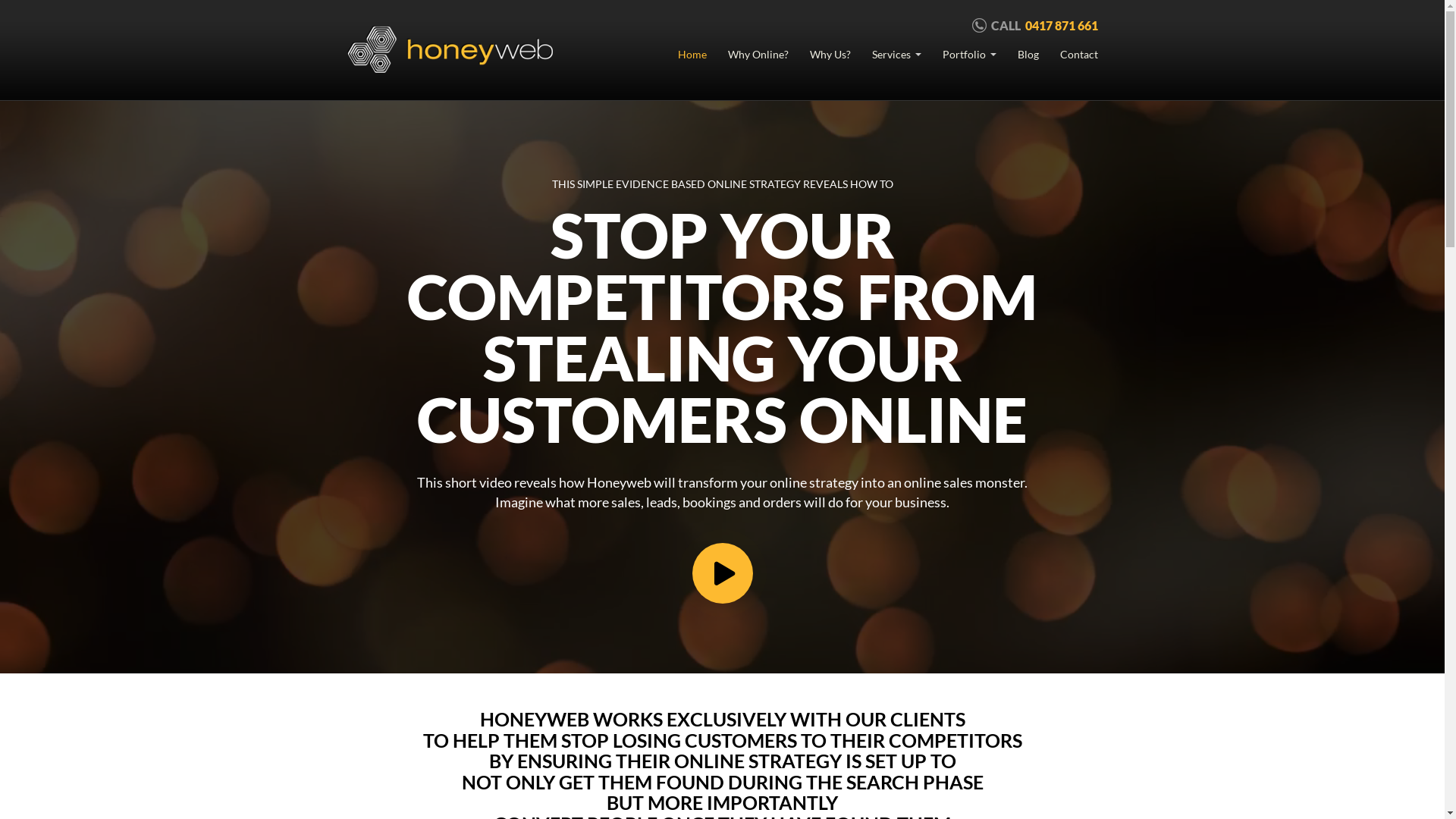 Image resolution: width=1456 pixels, height=819 pixels. Describe the element at coordinates (968, 54) in the screenshot. I see `'Portfolio'` at that location.